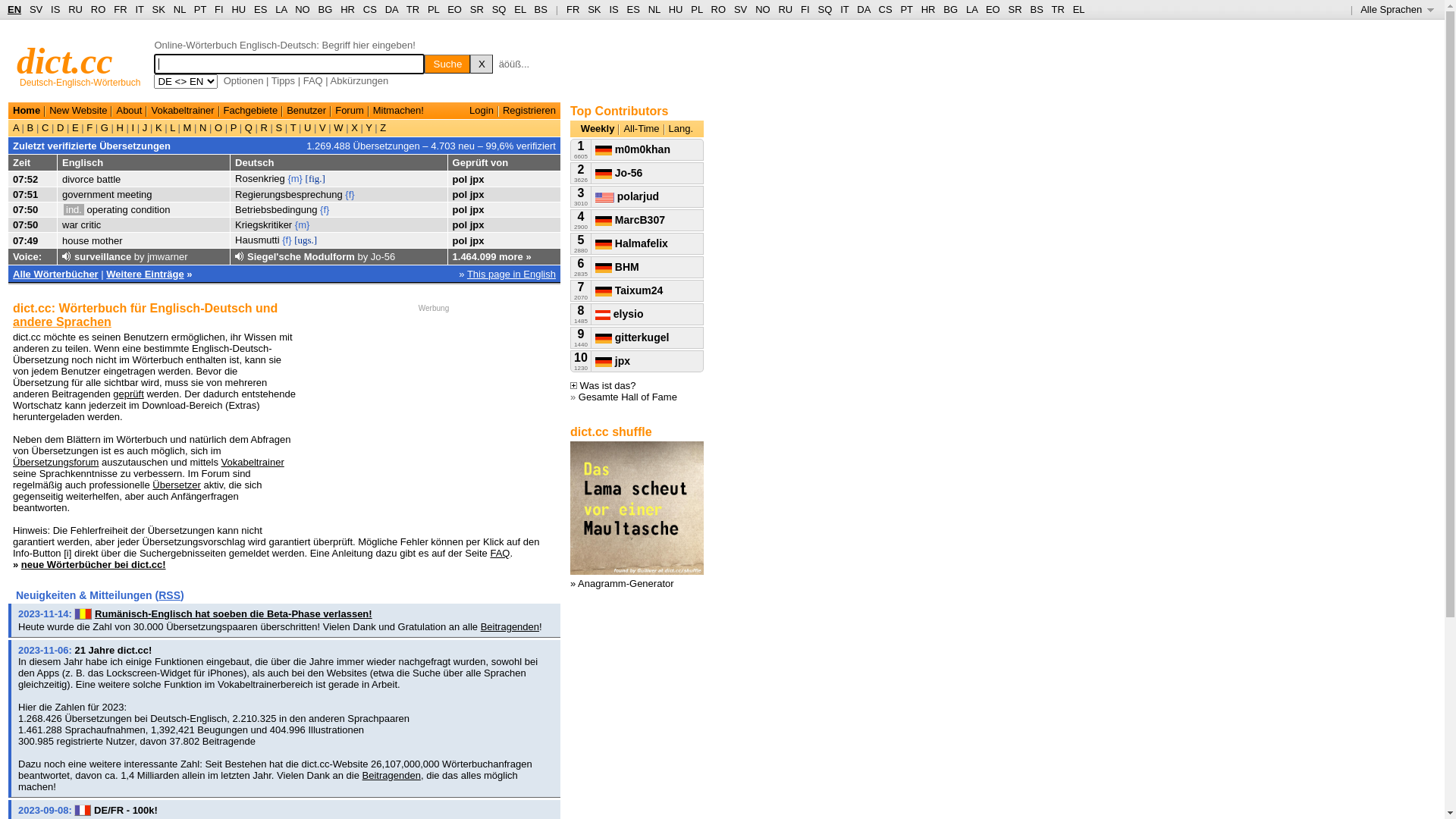 This screenshot has width=1456, height=819. Describe the element at coordinates (480, 63) in the screenshot. I see `'X'` at that location.